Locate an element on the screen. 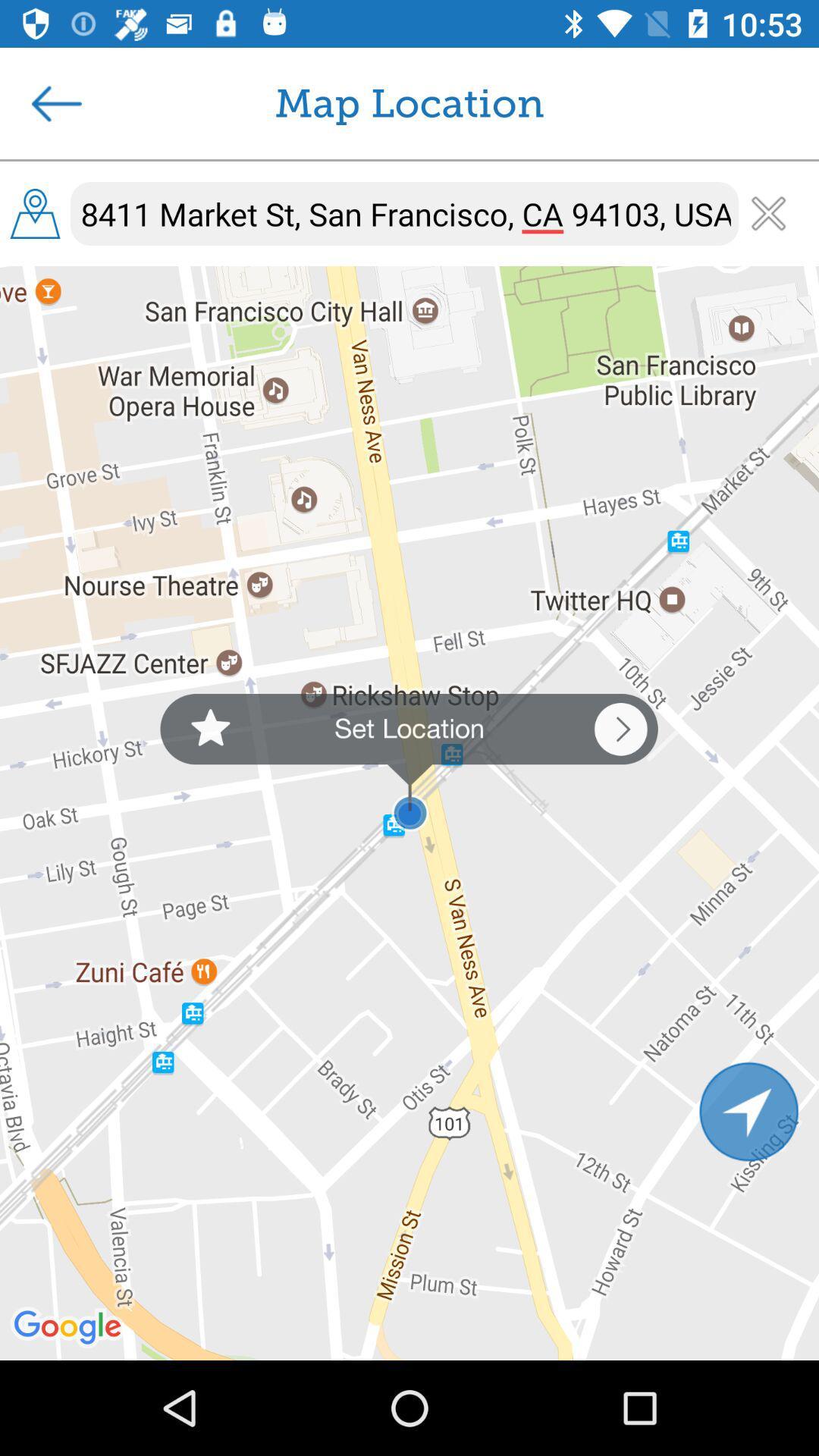  the 8411 market st icon is located at coordinates (403, 213).